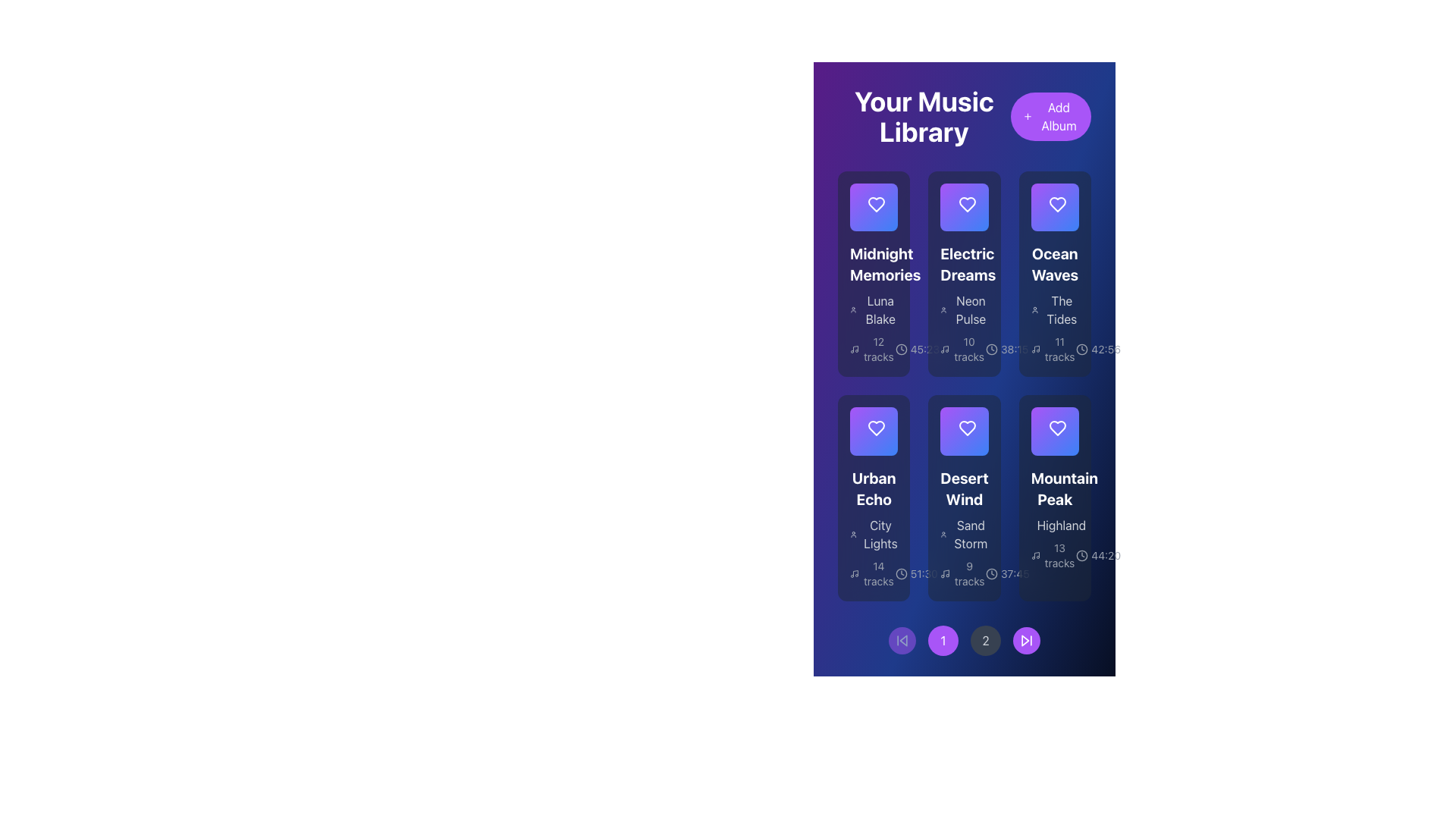 Image resolution: width=1456 pixels, height=819 pixels. I want to click on the button located at the top left corner of the 'Midnight Memories' card in the music library to interact with it, so click(874, 207).